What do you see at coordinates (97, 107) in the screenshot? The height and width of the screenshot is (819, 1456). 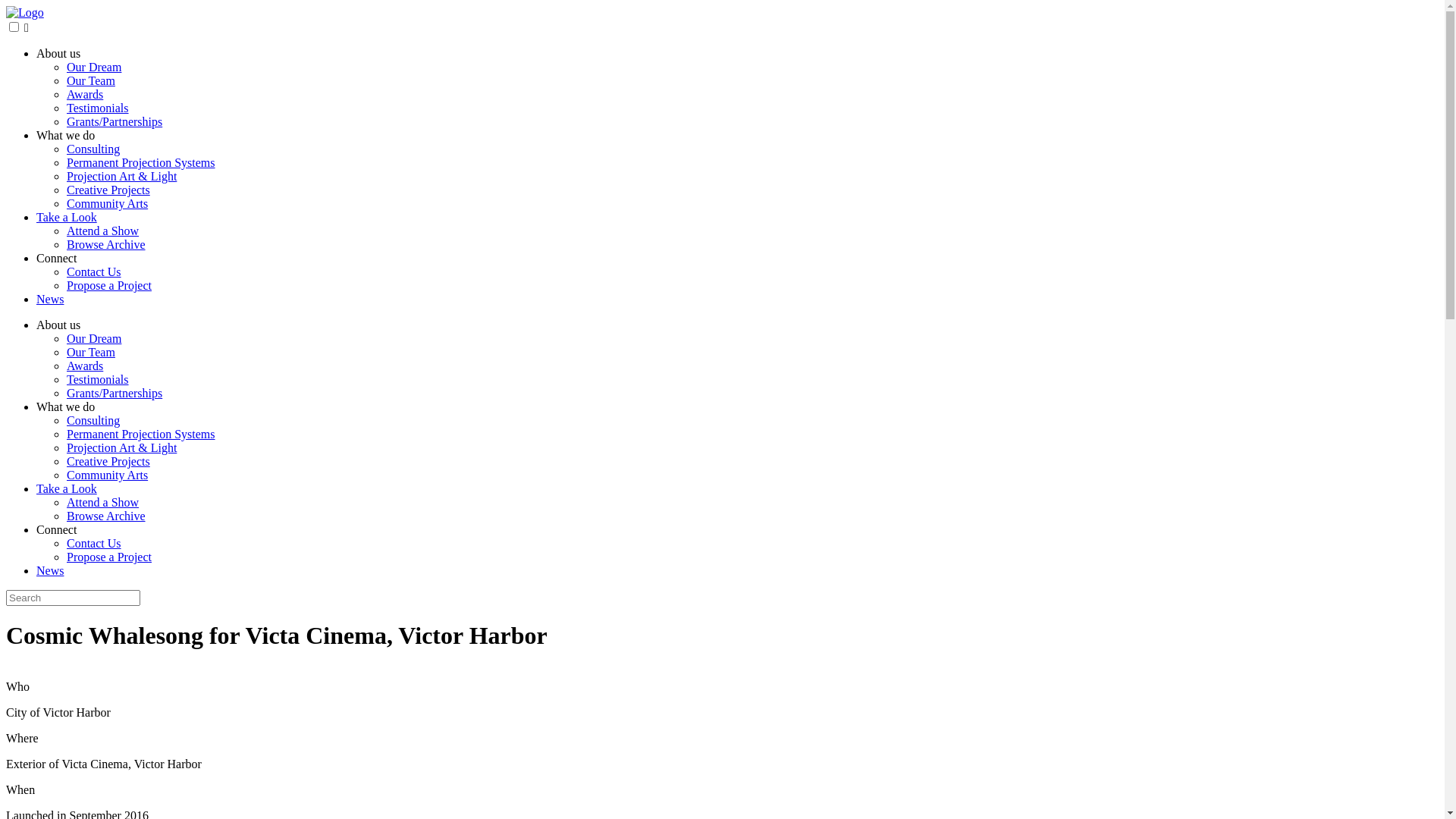 I see `'Testimonials'` at bounding box center [97, 107].